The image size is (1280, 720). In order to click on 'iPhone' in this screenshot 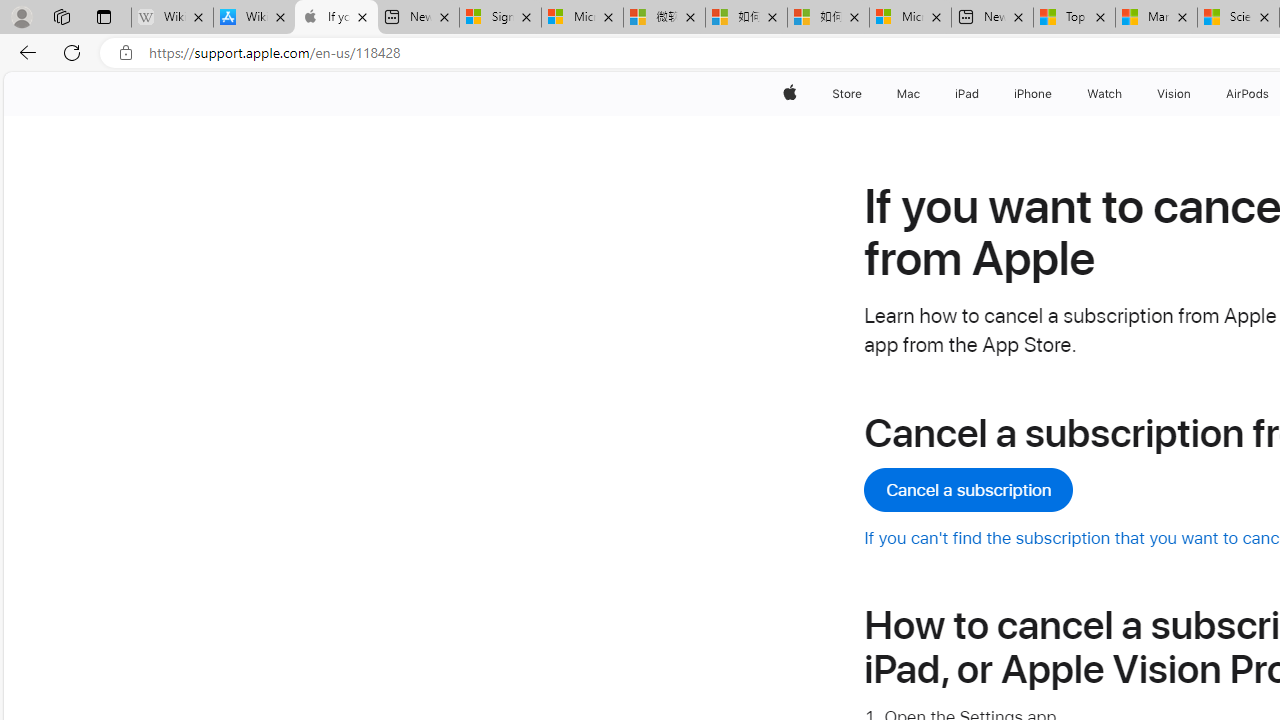, I will do `click(1033, 93)`.